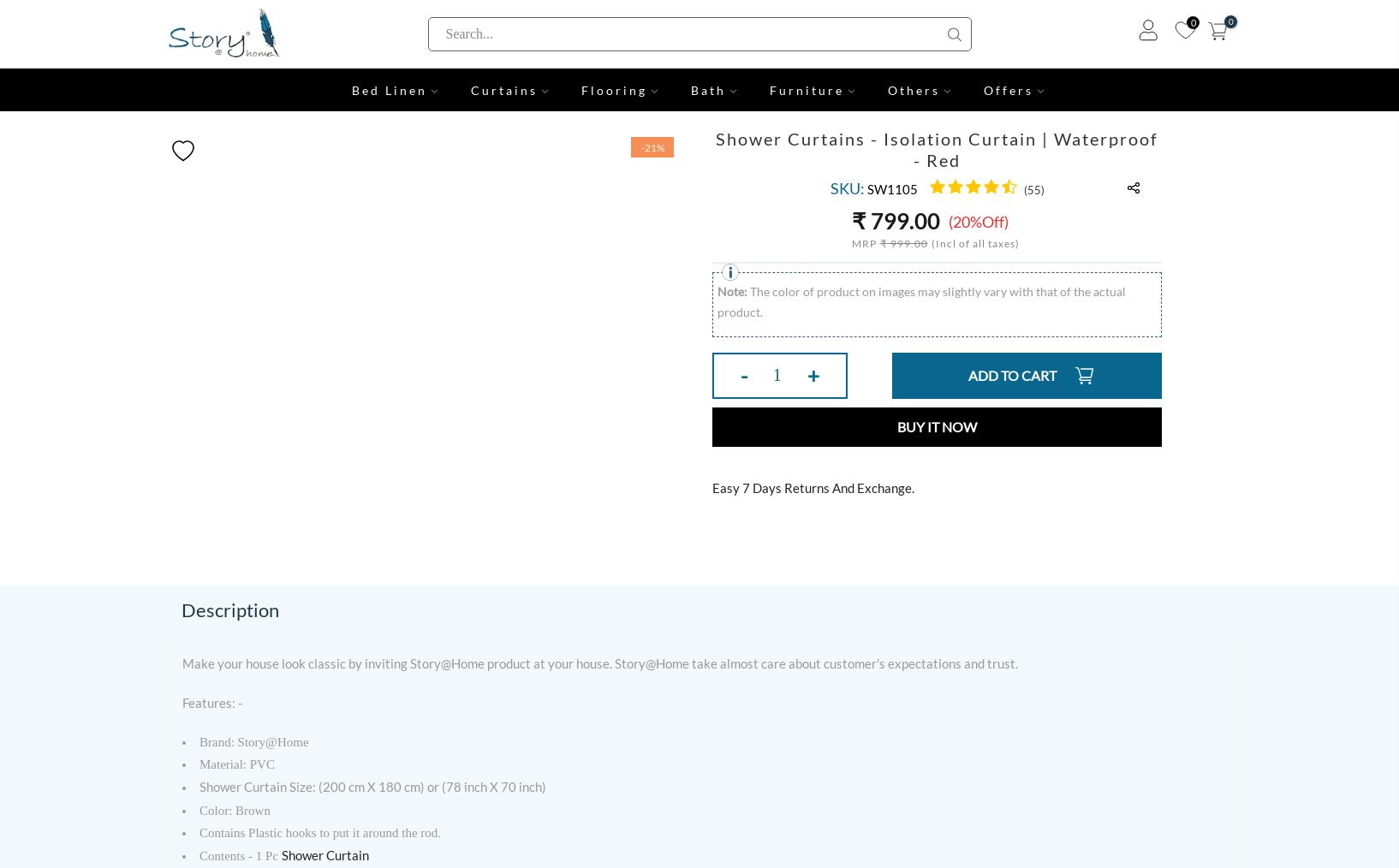 The image size is (1399, 868). What do you see at coordinates (180, 608) in the screenshot?
I see `'Description'` at bounding box center [180, 608].